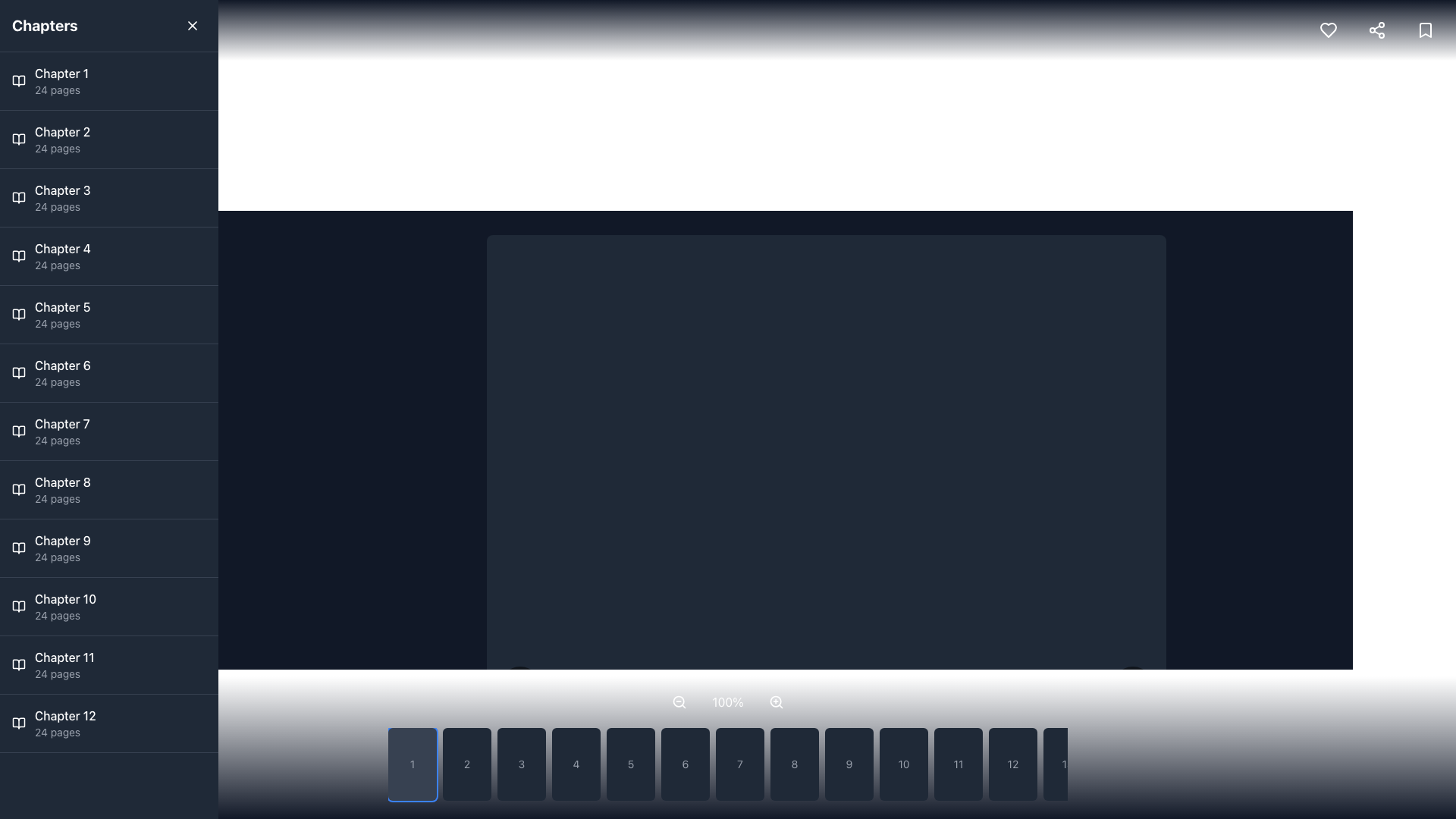 The height and width of the screenshot is (819, 1456). What do you see at coordinates (61, 130) in the screenshot?
I see `the text label for Chapter 2 in the left sidebar` at bounding box center [61, 130].